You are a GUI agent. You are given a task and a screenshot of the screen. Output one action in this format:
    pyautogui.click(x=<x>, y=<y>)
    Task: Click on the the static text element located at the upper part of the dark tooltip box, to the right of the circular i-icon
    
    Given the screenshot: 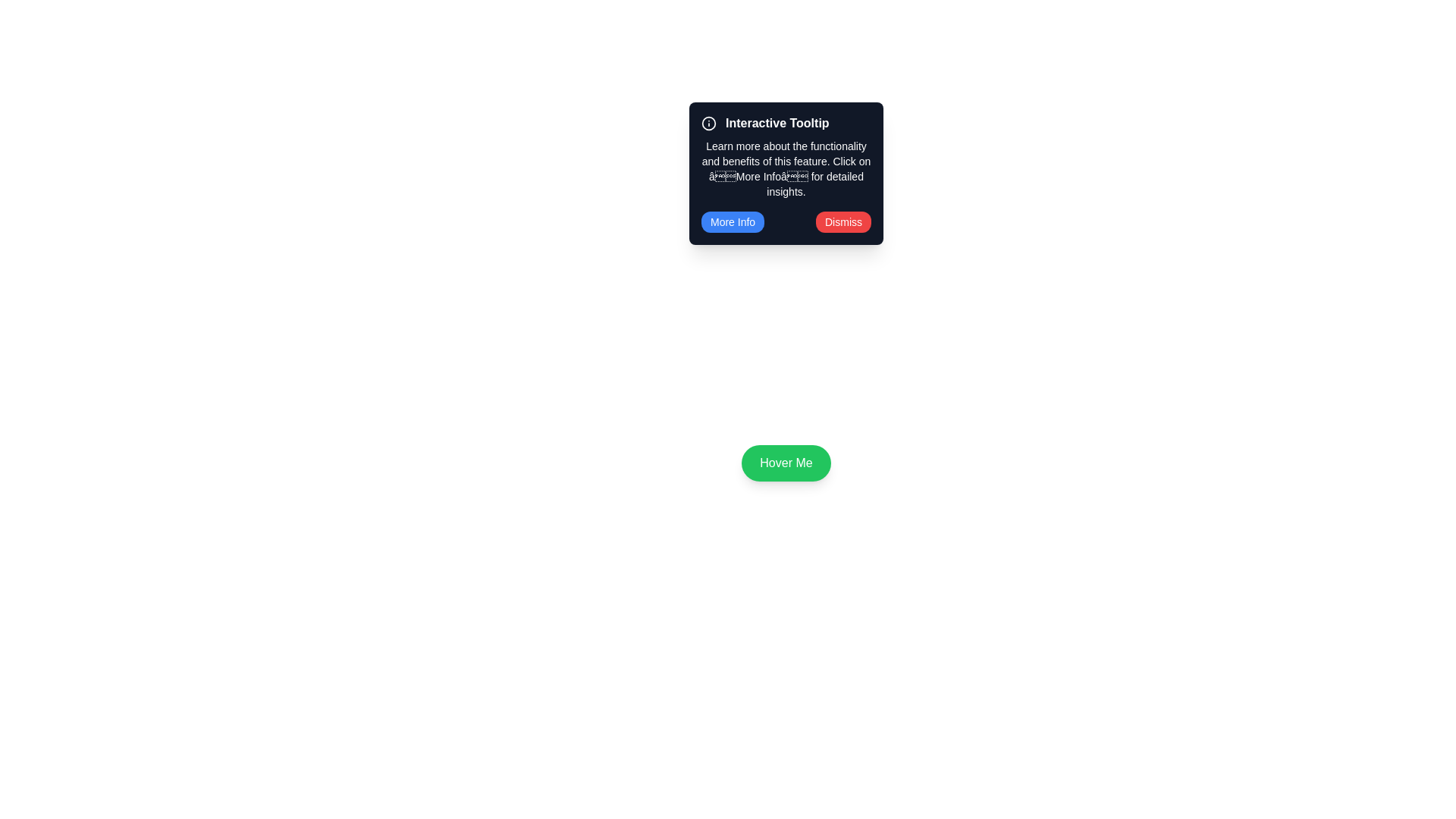 What is the action you would take?
    pyautogui.click(x=777, y=122)
    